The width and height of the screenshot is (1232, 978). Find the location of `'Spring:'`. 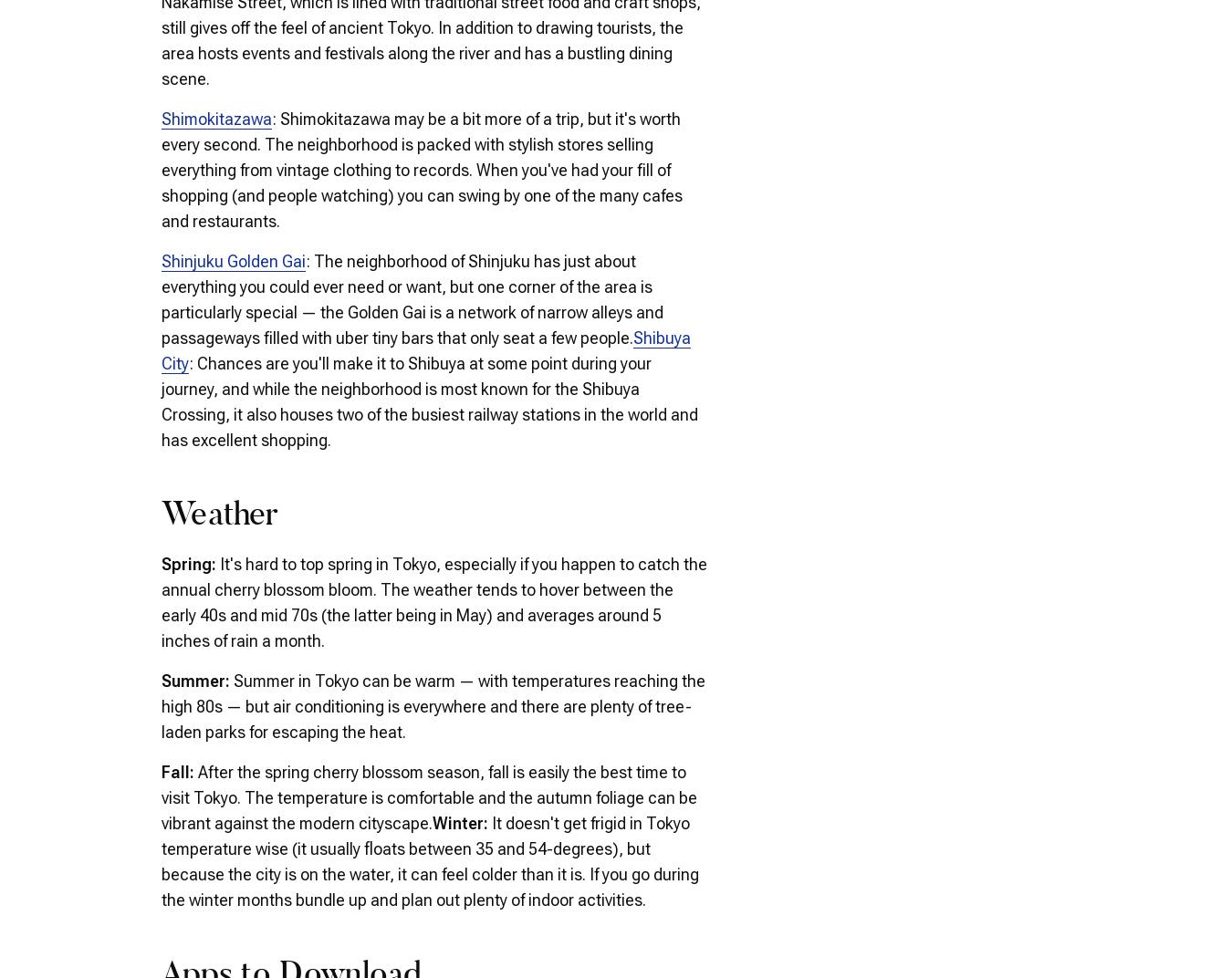

'Spring:' is located at coordinates (190, 563).